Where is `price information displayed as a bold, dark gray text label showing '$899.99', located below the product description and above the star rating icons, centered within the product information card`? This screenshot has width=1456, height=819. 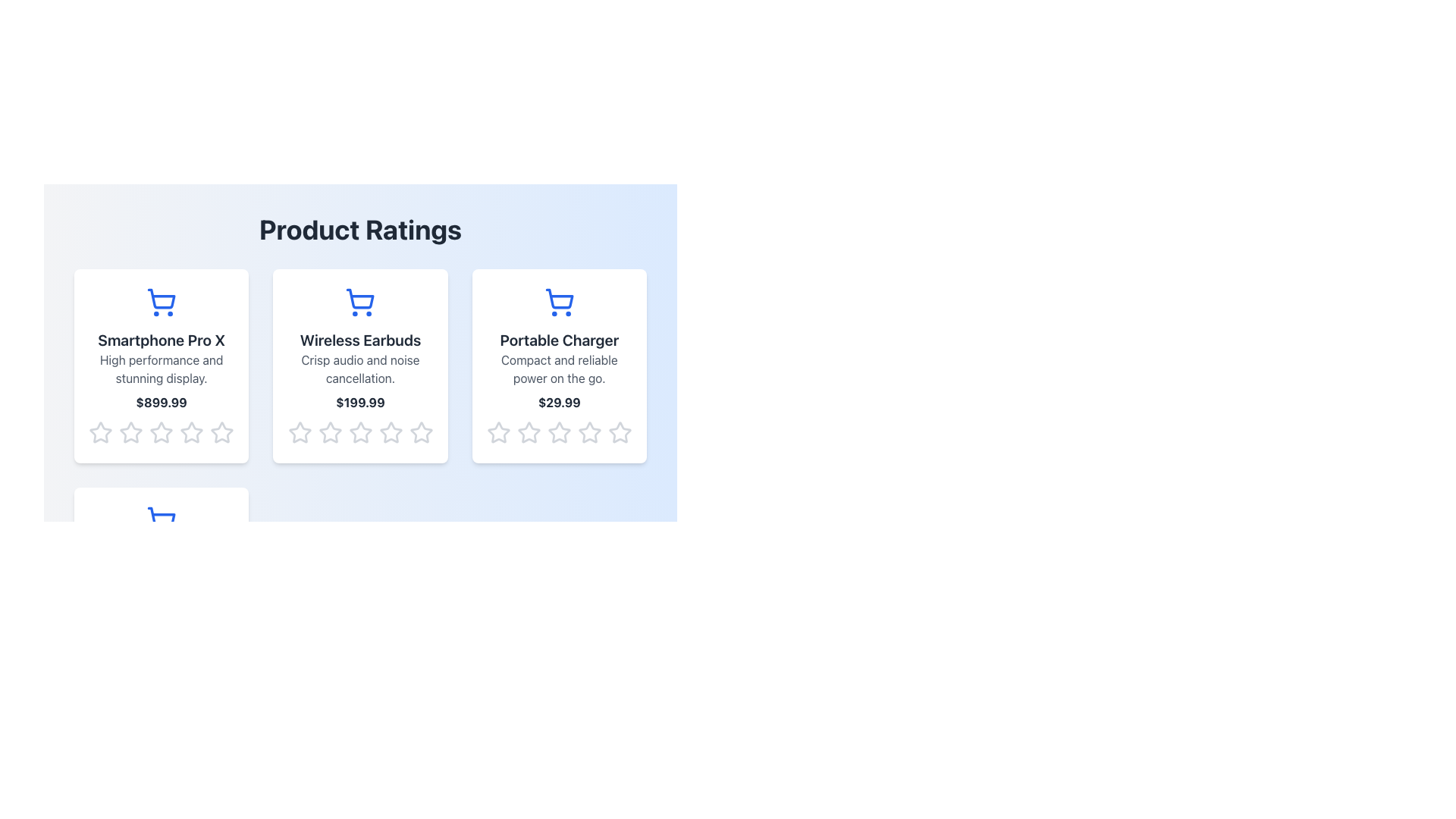
price information displayed as a bold, dark gray text label showing '$899.99', located below the product description and above the star rating icons, centered within the product information card is located at coordinates (162, 402).